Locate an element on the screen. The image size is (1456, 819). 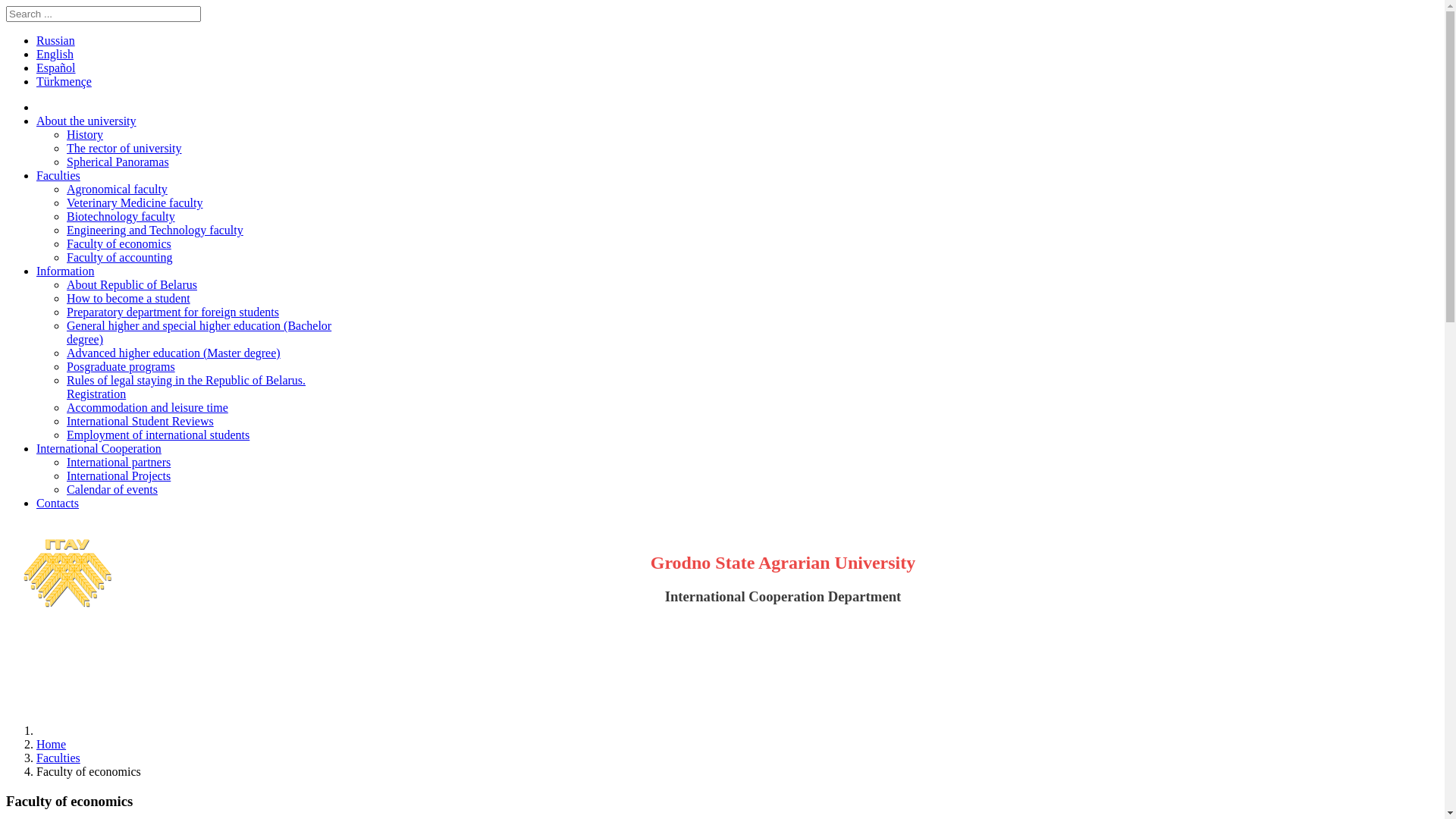
'The rector of university' is located at coordinates (124, 148).